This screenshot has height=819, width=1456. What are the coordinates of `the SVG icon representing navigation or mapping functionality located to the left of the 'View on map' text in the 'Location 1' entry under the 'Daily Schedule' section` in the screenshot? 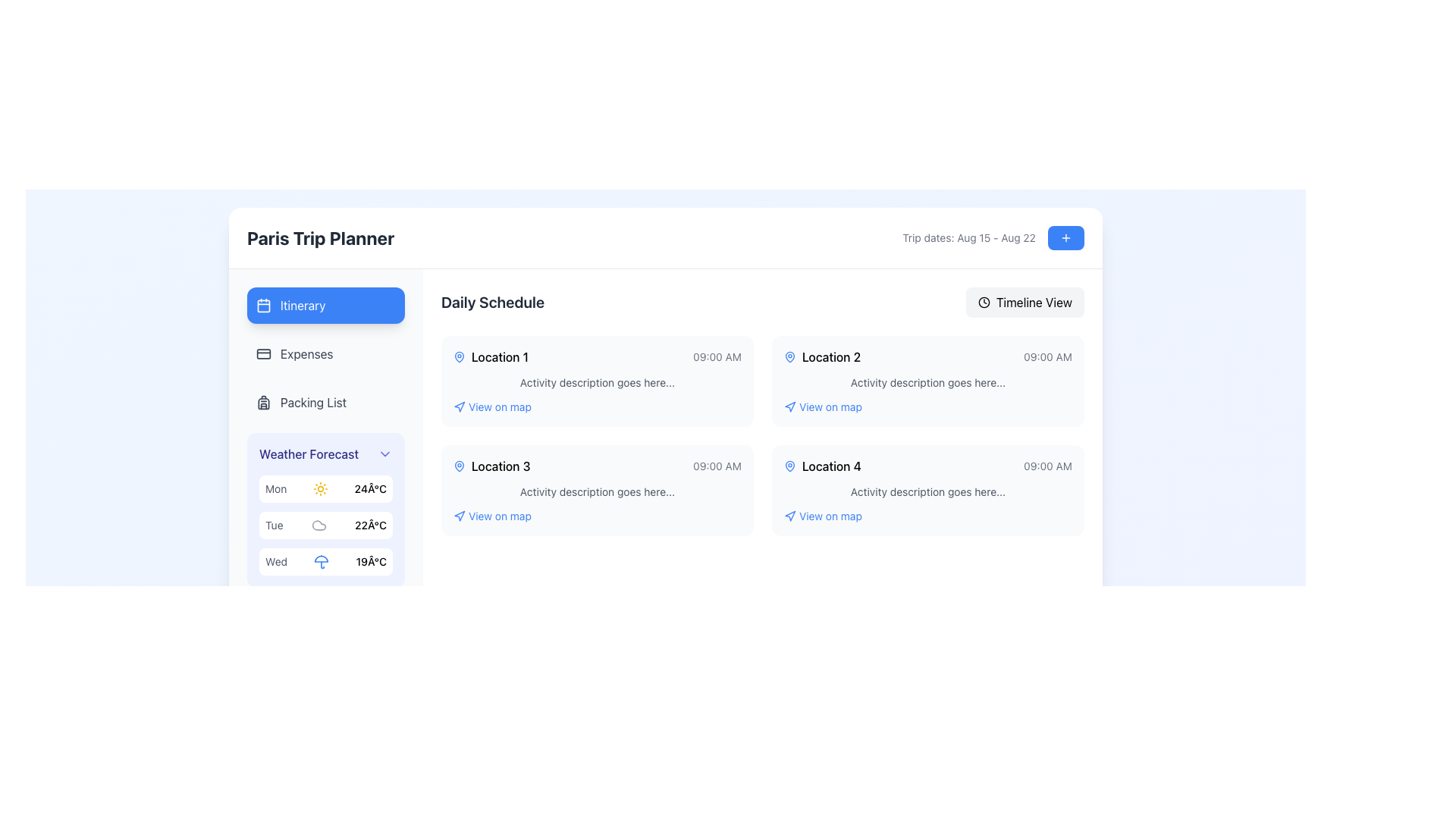 It's located at (458, 406).